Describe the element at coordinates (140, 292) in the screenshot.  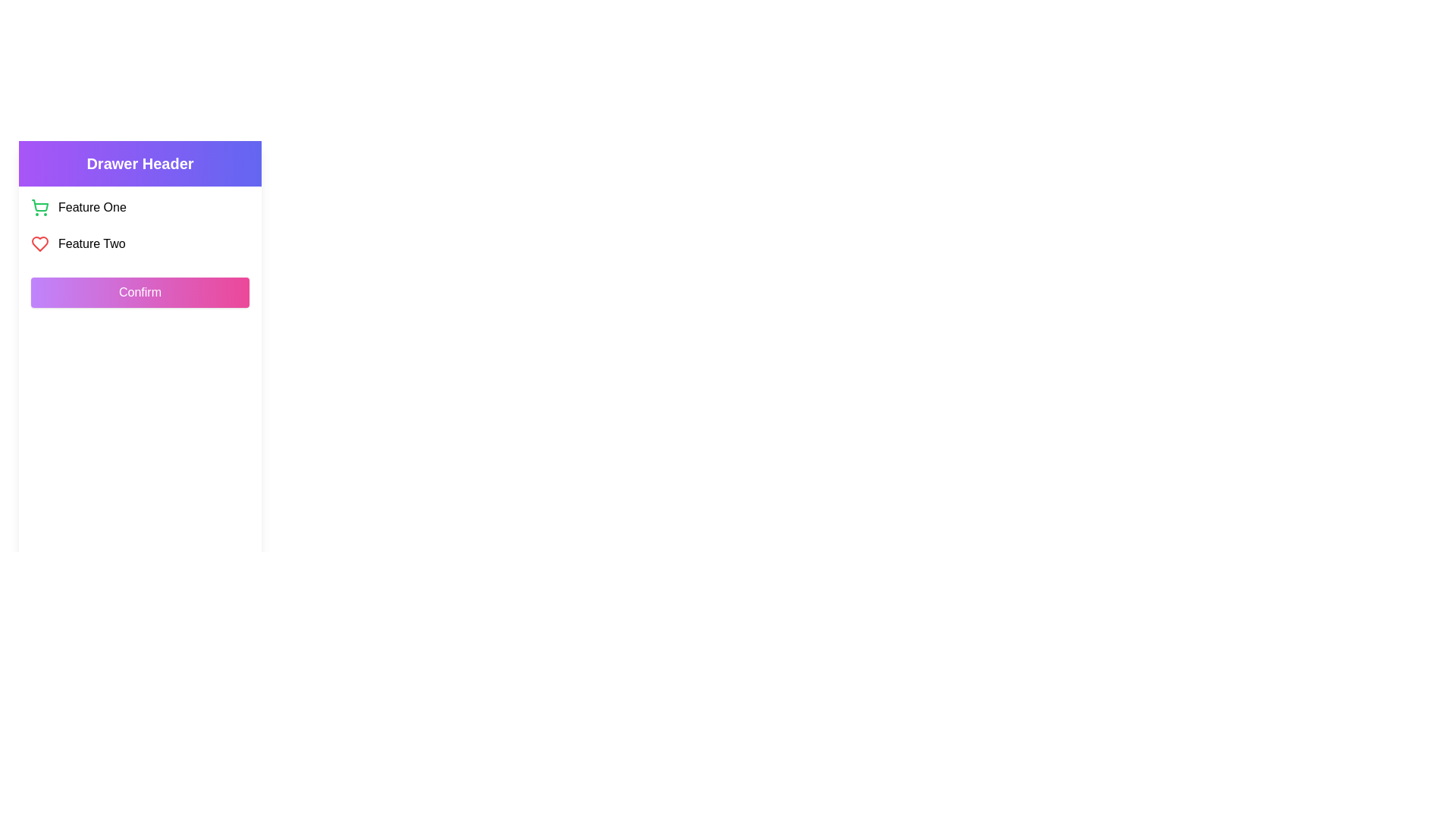
I see `the 'Confirm' button which is a rectangular button with gradient coloring from purple to pink, featuring white text and rounded corners, located in the sidebar below 'Feature One' and 'Feature Two'` at that location.